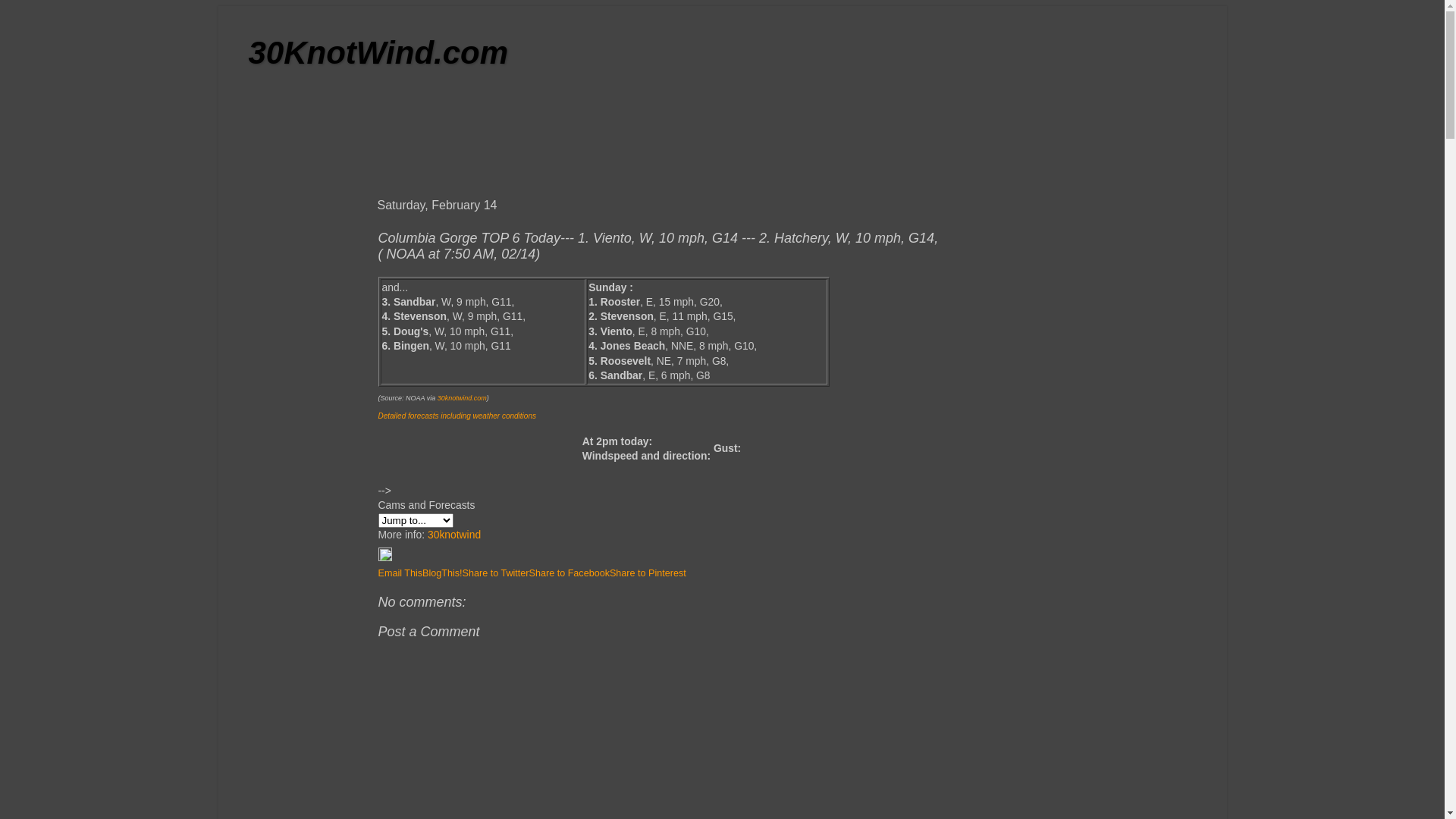 This screenshot has width=1456, height=819. Describe the element at coordinates (441, 573) in the screenshot. I see `'BlogThis!'` at that location.